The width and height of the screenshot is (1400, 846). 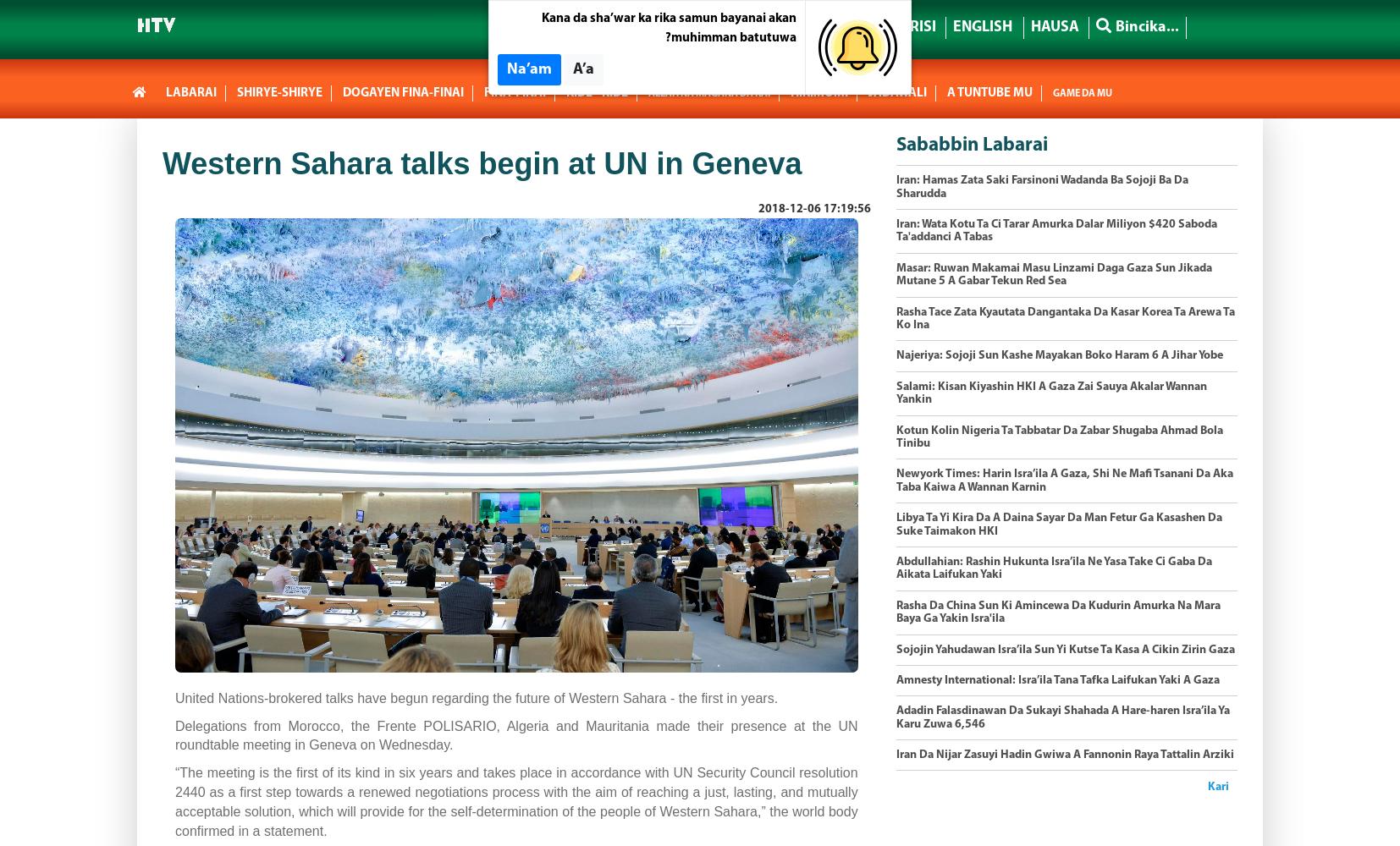 What do you see at coordinates (597, 92) in the screenshot?
I see `'KIDE - KIDE'` at bounding box center [597, 92].